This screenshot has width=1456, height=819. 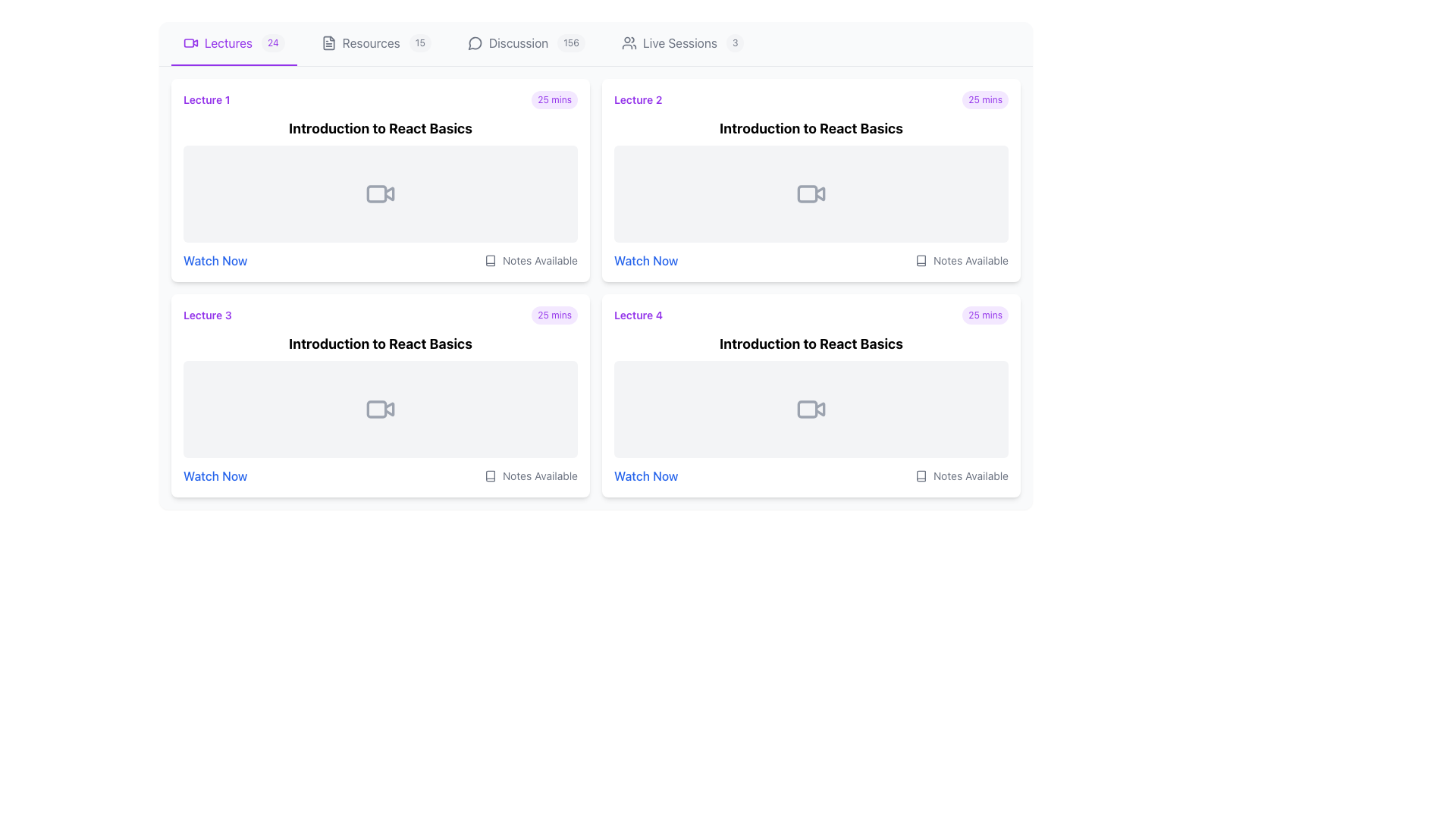 I want to click on the 'Watch Now' interactive link, which is styled with a blue font color and serves as a button, so click(x=214, y=259).